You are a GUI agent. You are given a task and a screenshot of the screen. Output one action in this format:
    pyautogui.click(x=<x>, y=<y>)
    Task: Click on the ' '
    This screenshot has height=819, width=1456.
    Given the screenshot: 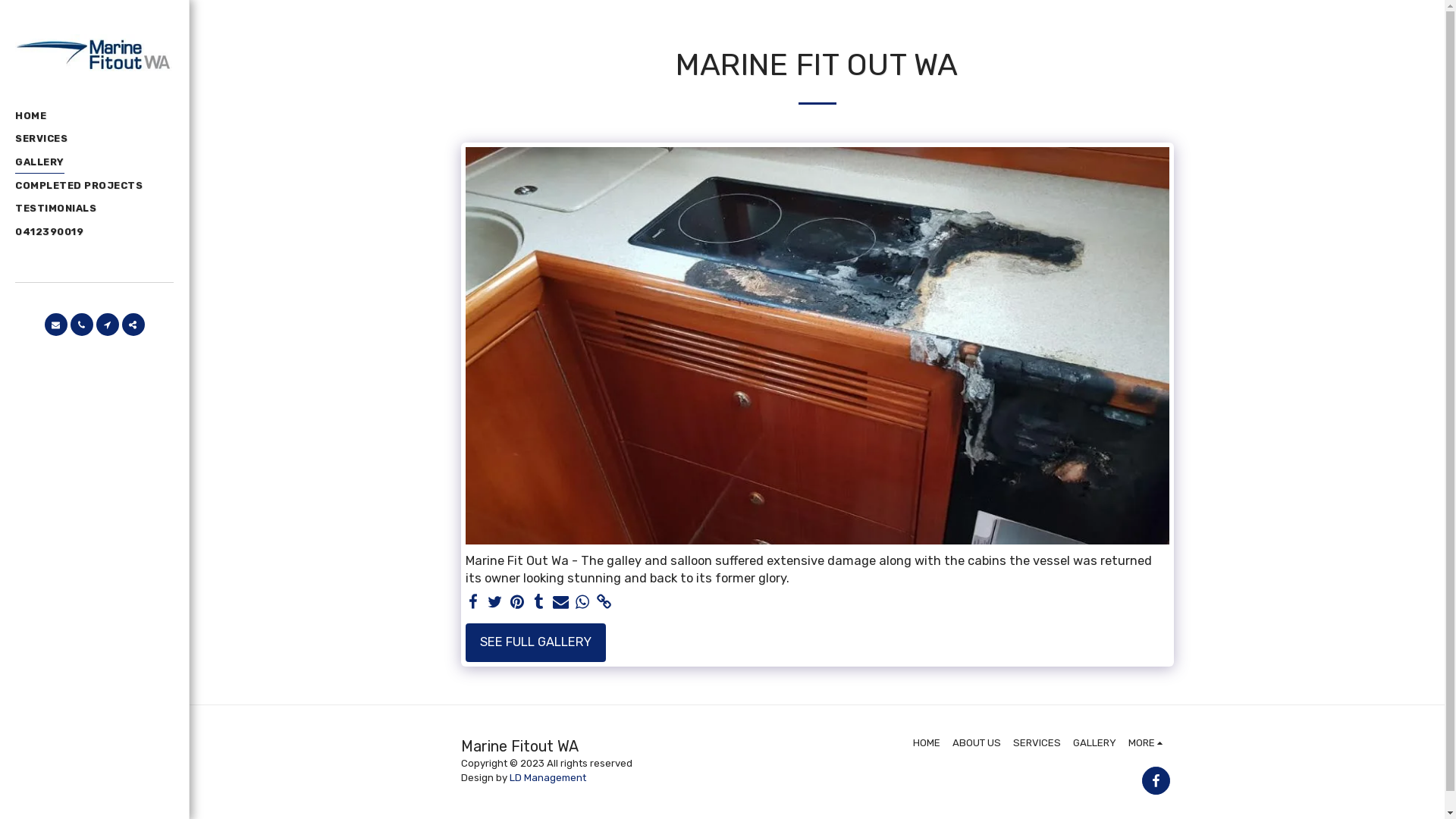 What is the action you would take?
    pyautogui.click(x=1155, y=780)
    